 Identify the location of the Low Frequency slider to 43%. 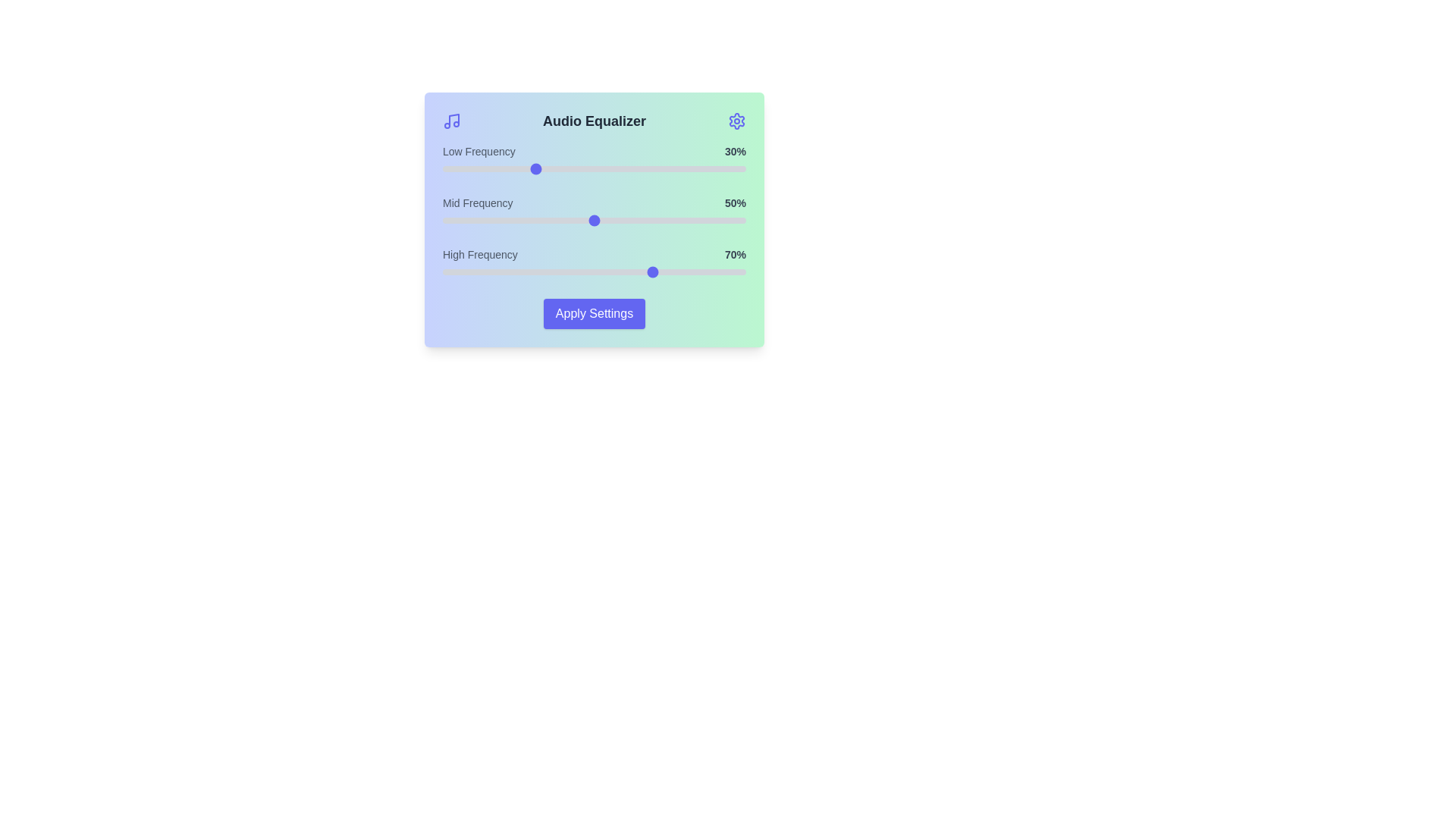
(572, 169).